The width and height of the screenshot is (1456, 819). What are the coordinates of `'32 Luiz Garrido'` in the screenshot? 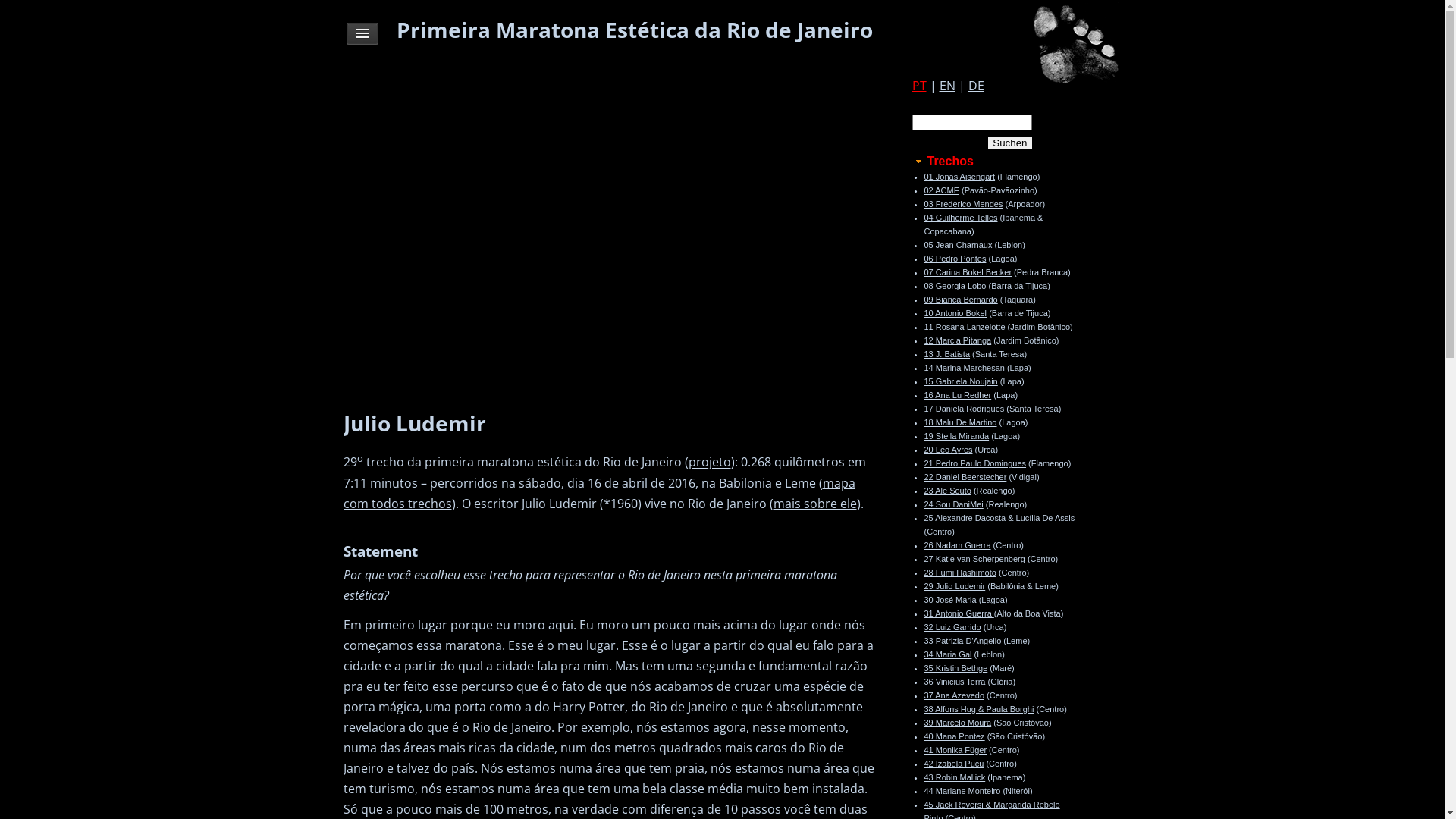 It's located at (951, 626).